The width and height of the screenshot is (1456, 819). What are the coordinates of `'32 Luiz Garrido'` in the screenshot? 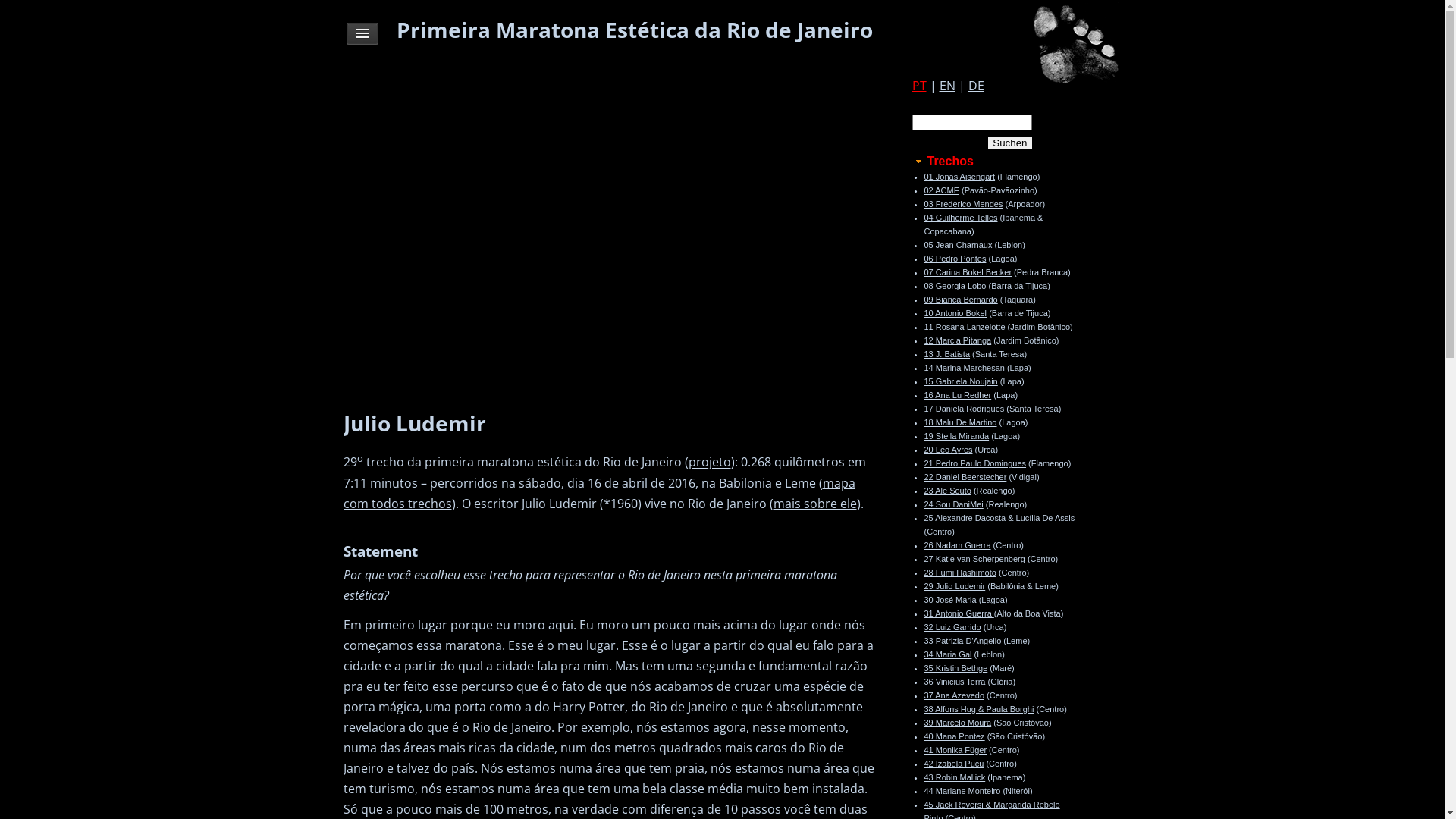 It's located at (951, 626).